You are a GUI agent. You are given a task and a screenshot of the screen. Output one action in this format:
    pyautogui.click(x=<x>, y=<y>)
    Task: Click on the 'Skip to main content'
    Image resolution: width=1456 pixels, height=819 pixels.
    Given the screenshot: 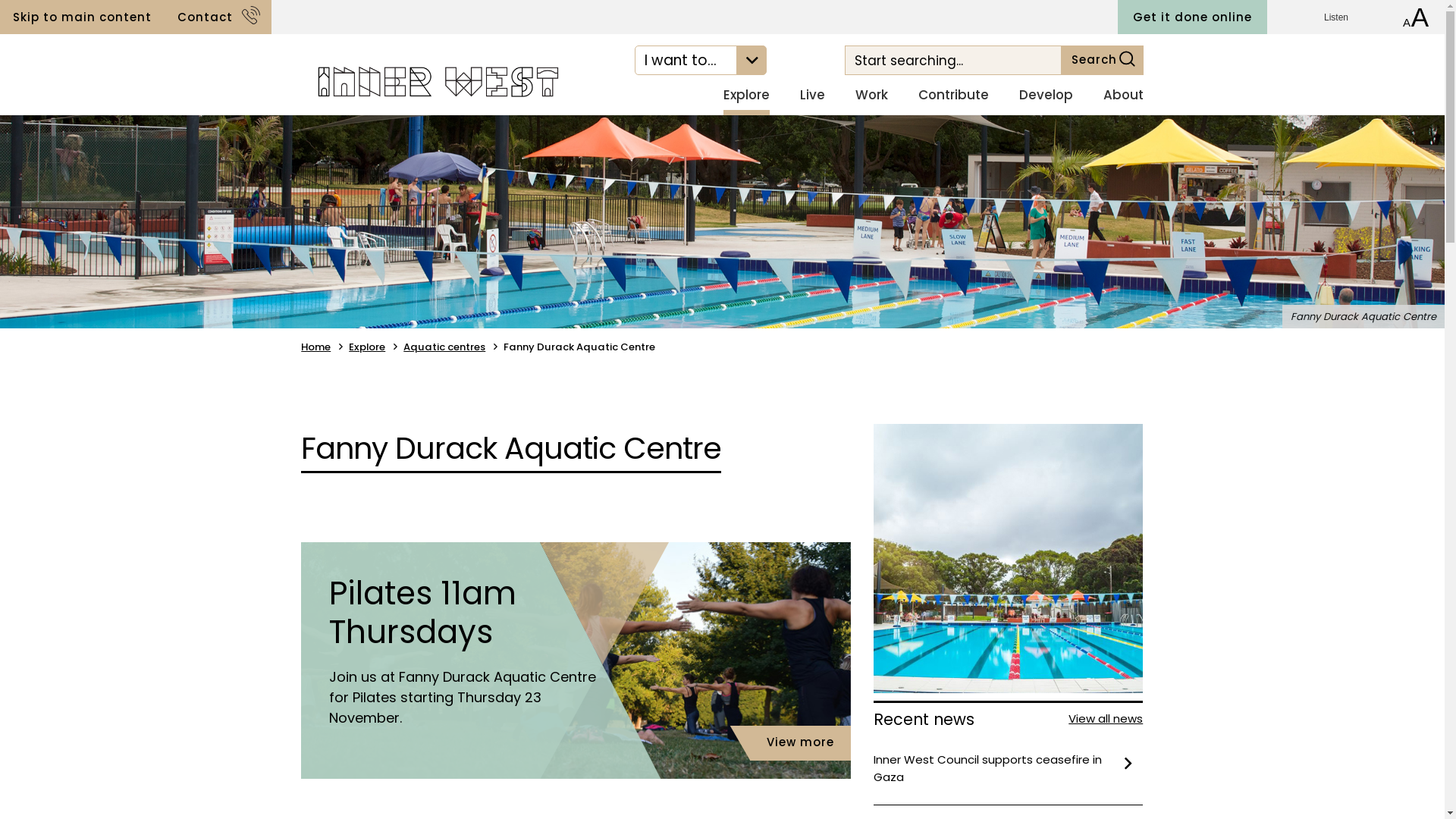 What is the action you would take?
    pyautogui.click(x=81, y=17)
    